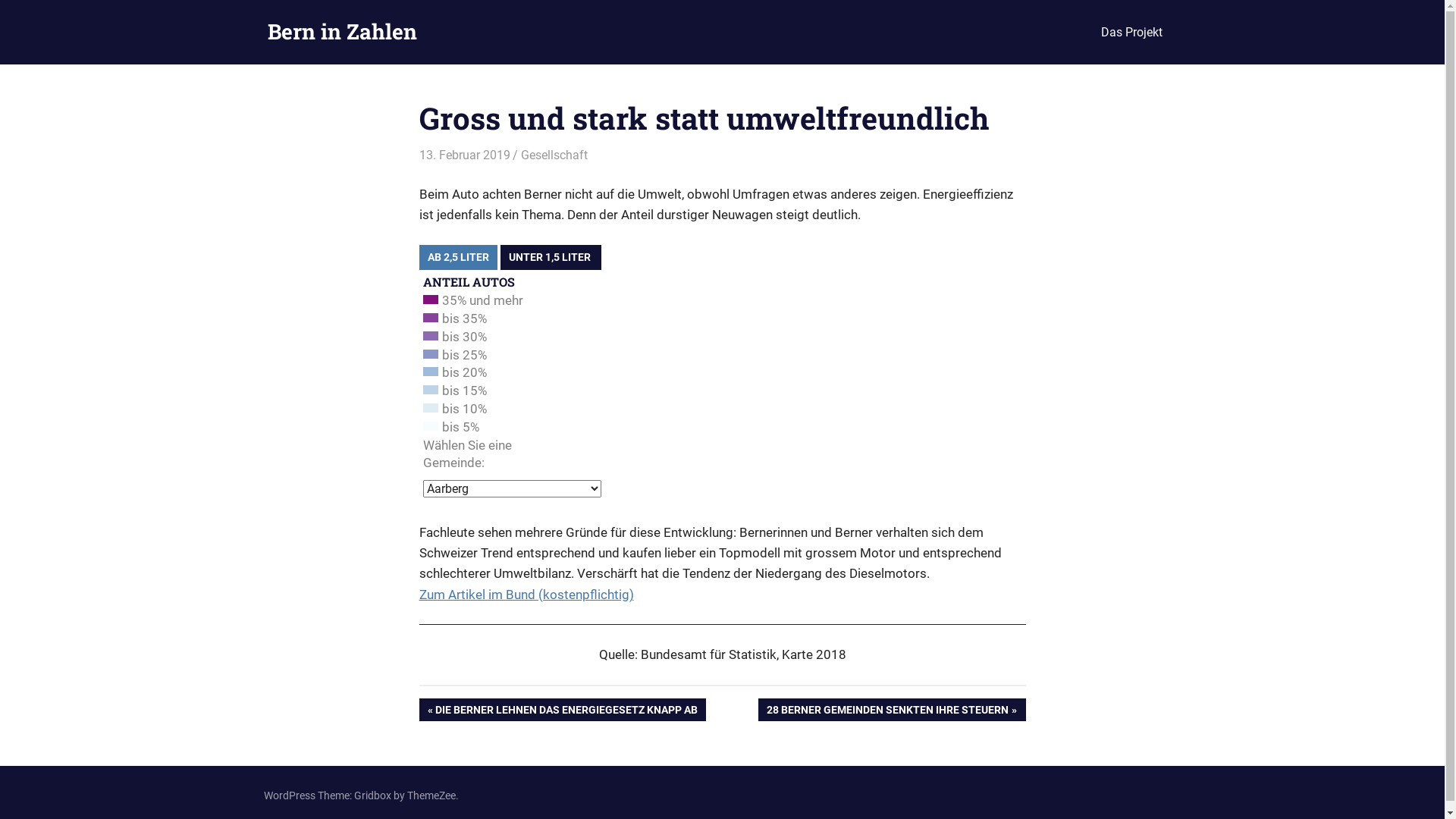  Describe the element at coordinates (463, 155) in the screenshot. I see `'13. Februar 2019'` at that location.